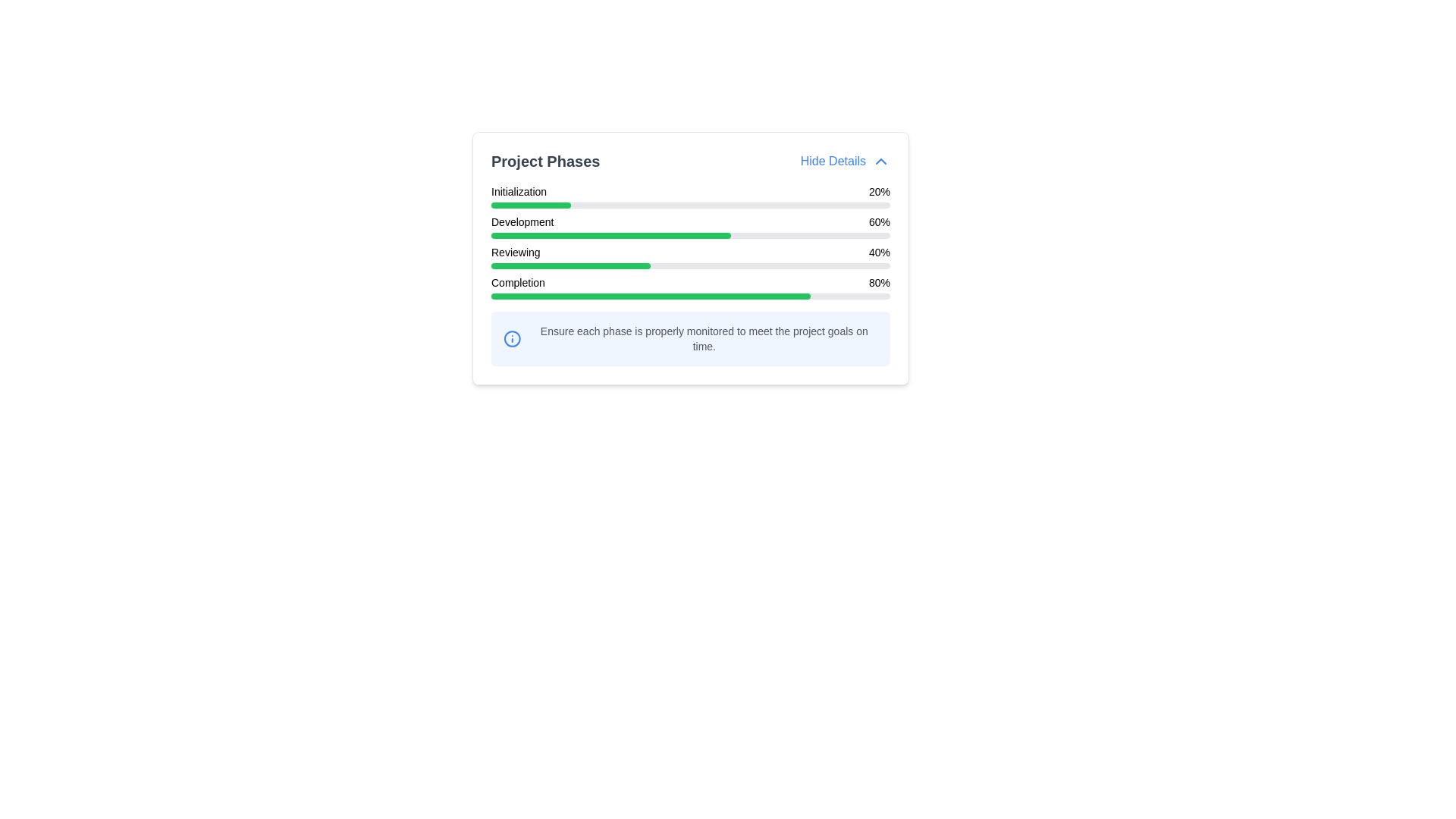 This screenshot has width=1456, height=819. What do you see at coordinates (690, 287) in the screenshot?
I see `the 'Completion' progress bar, which is the last of four progress bars and shows an 80% completion indication on the right` at bounding box center [690, 287].